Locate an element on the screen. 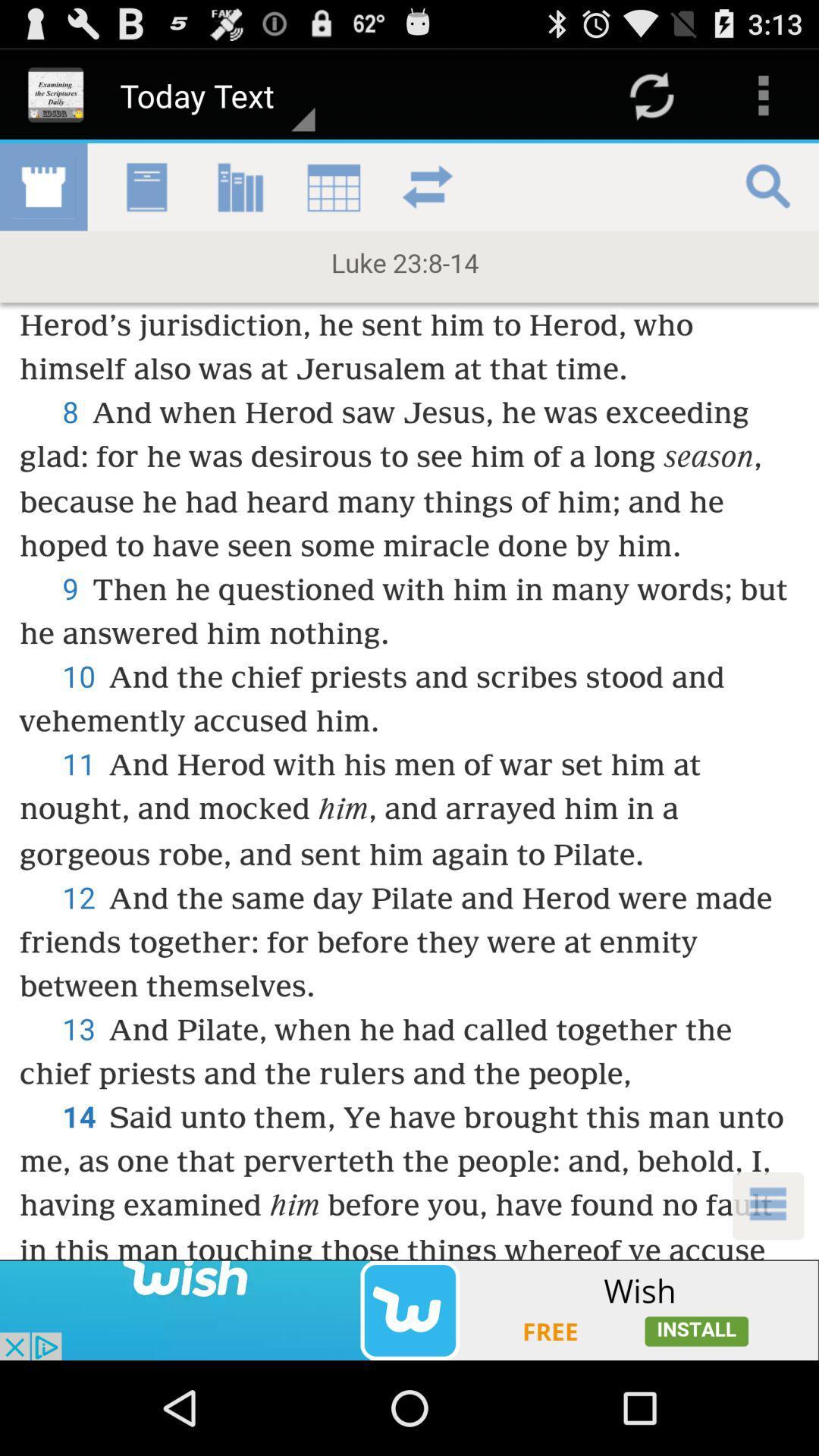  text screen is located at coordinates (409, 701).